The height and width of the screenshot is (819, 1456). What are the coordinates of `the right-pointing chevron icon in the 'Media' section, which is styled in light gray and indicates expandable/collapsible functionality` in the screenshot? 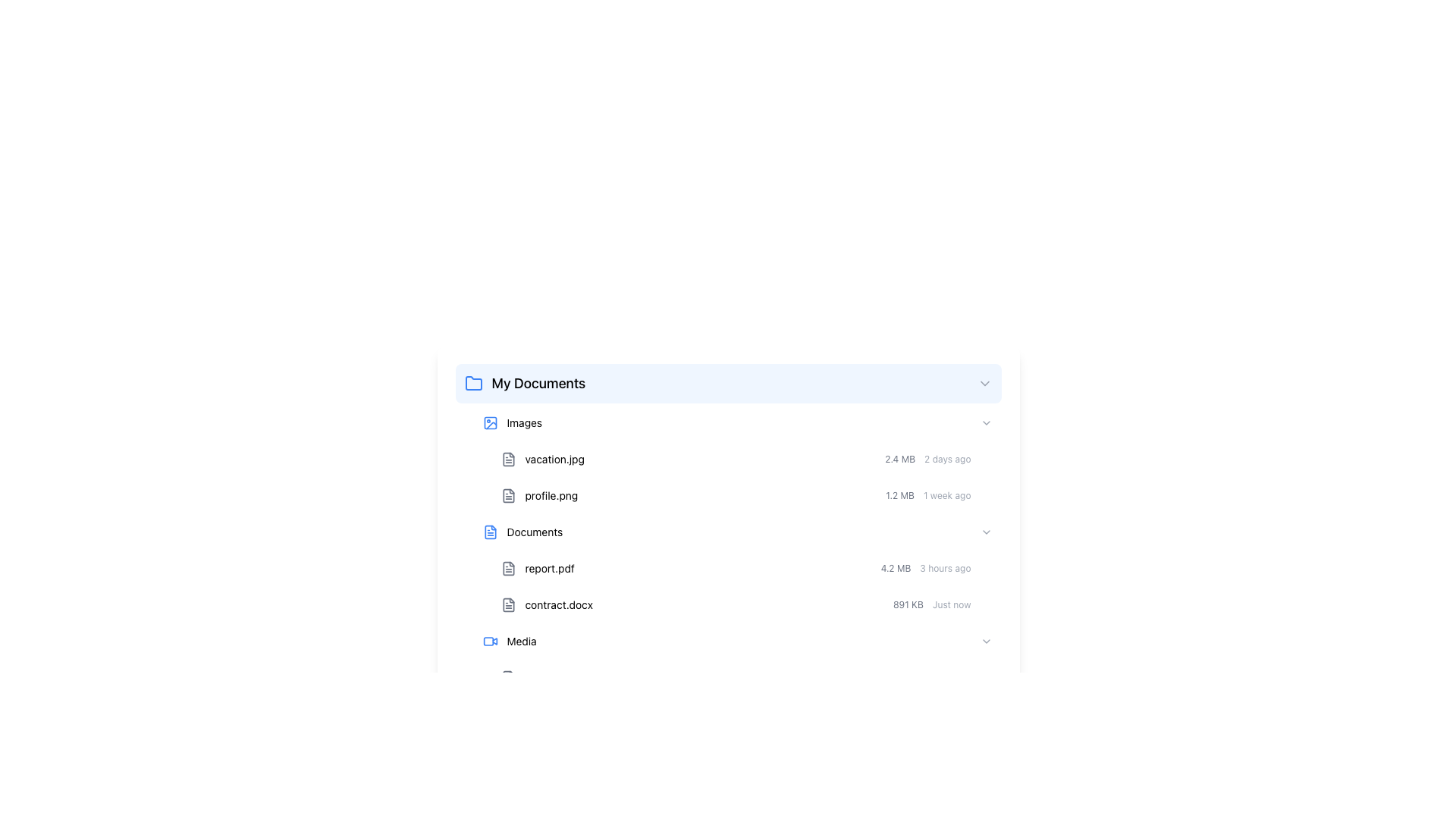 It's located at (986, 641).